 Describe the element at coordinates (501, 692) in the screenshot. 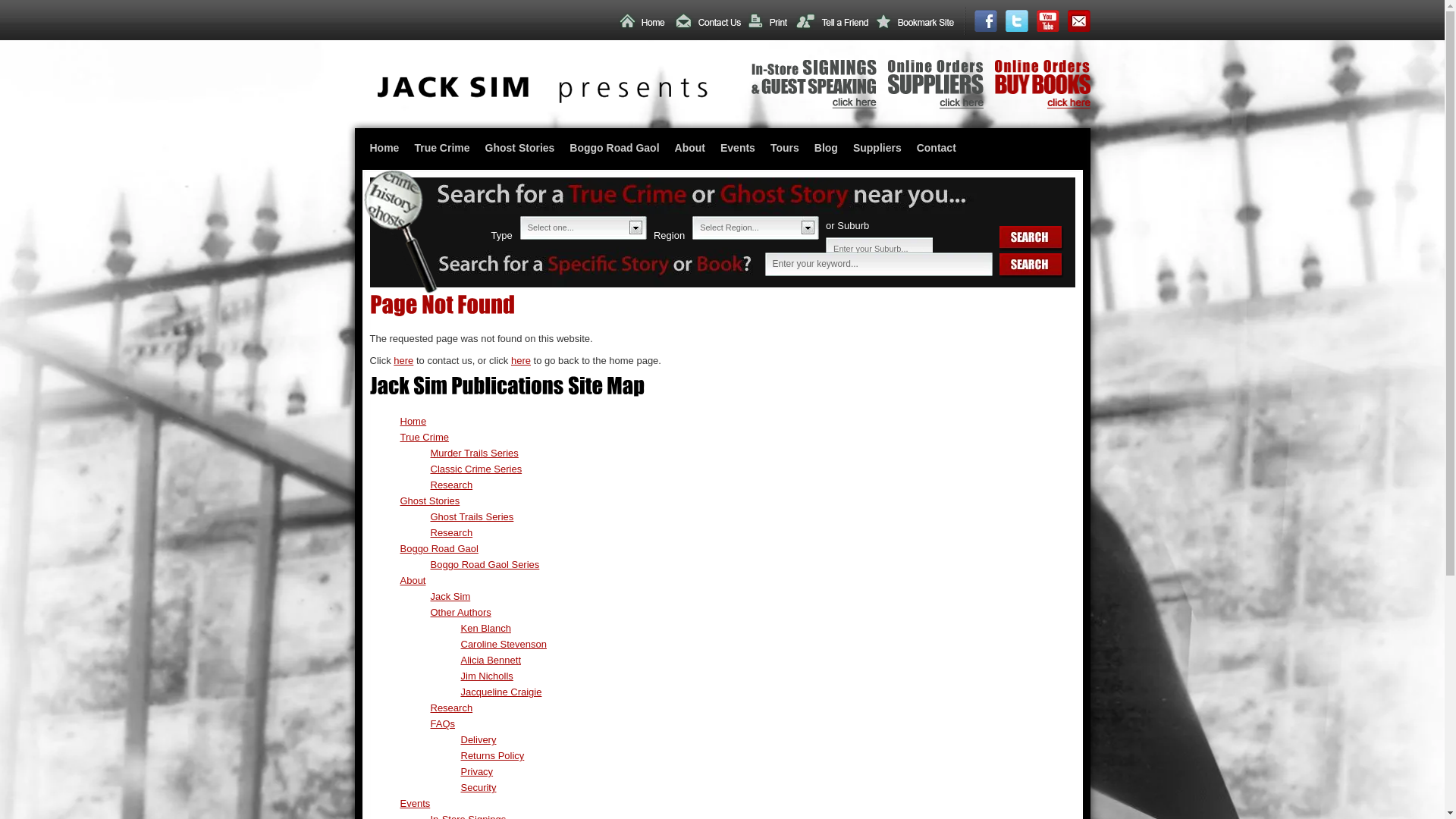

I see `'Jacqueline Craigie'` at that location.